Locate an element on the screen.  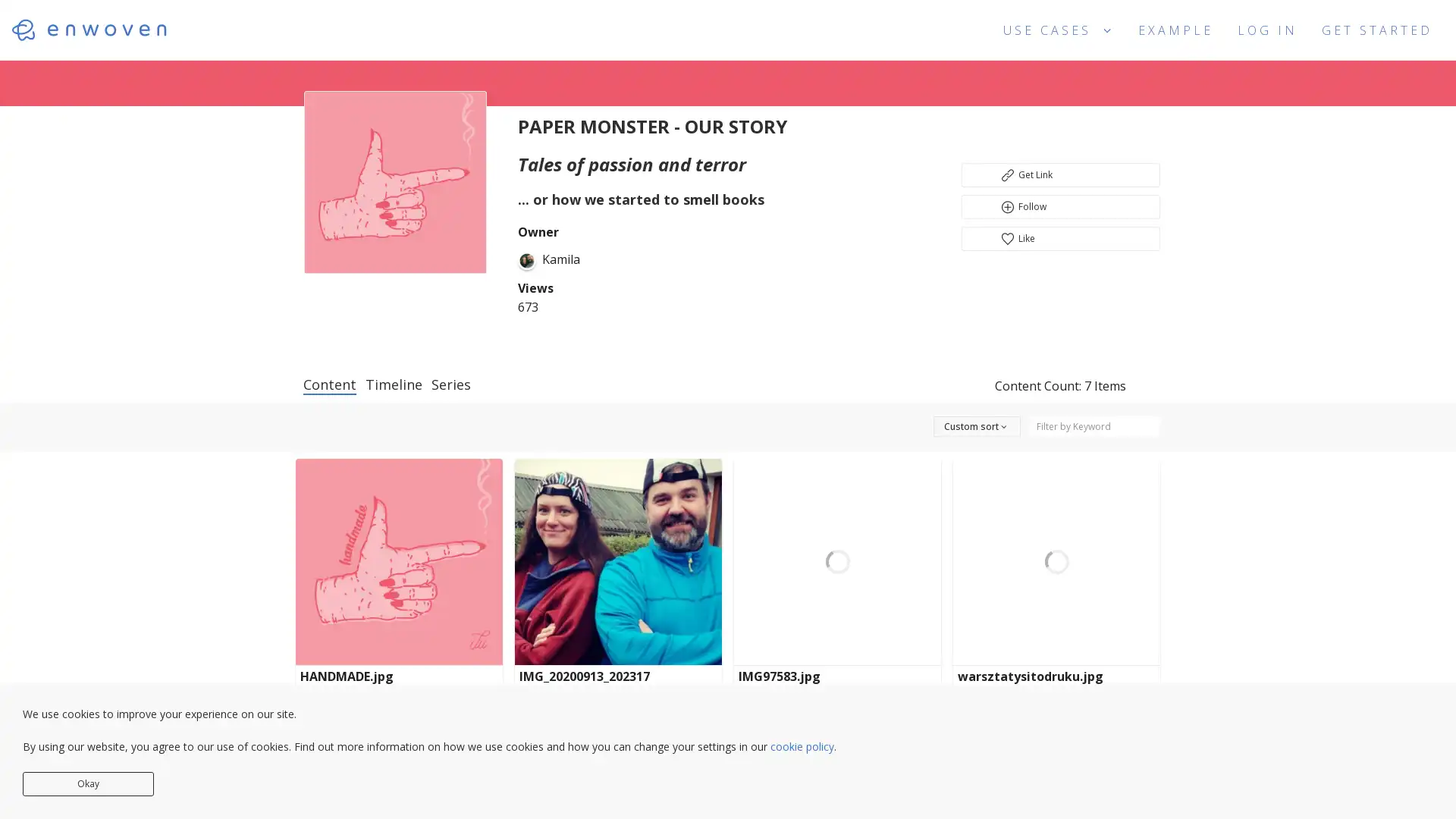
234 views image preview is located at coordinates (836, 561).